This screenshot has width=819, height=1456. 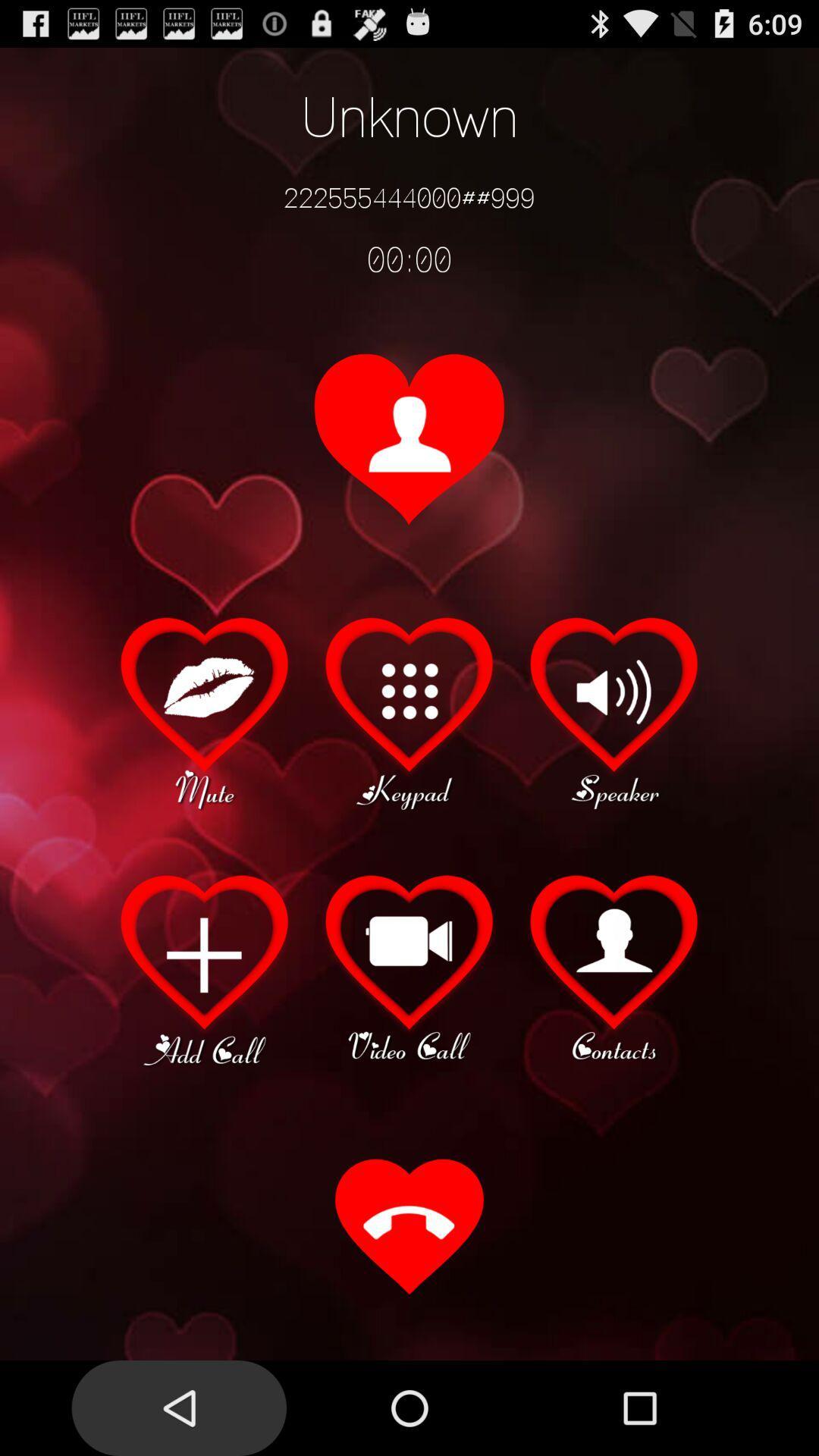 I want to click on click for contacts, so click(x=614, y=968).